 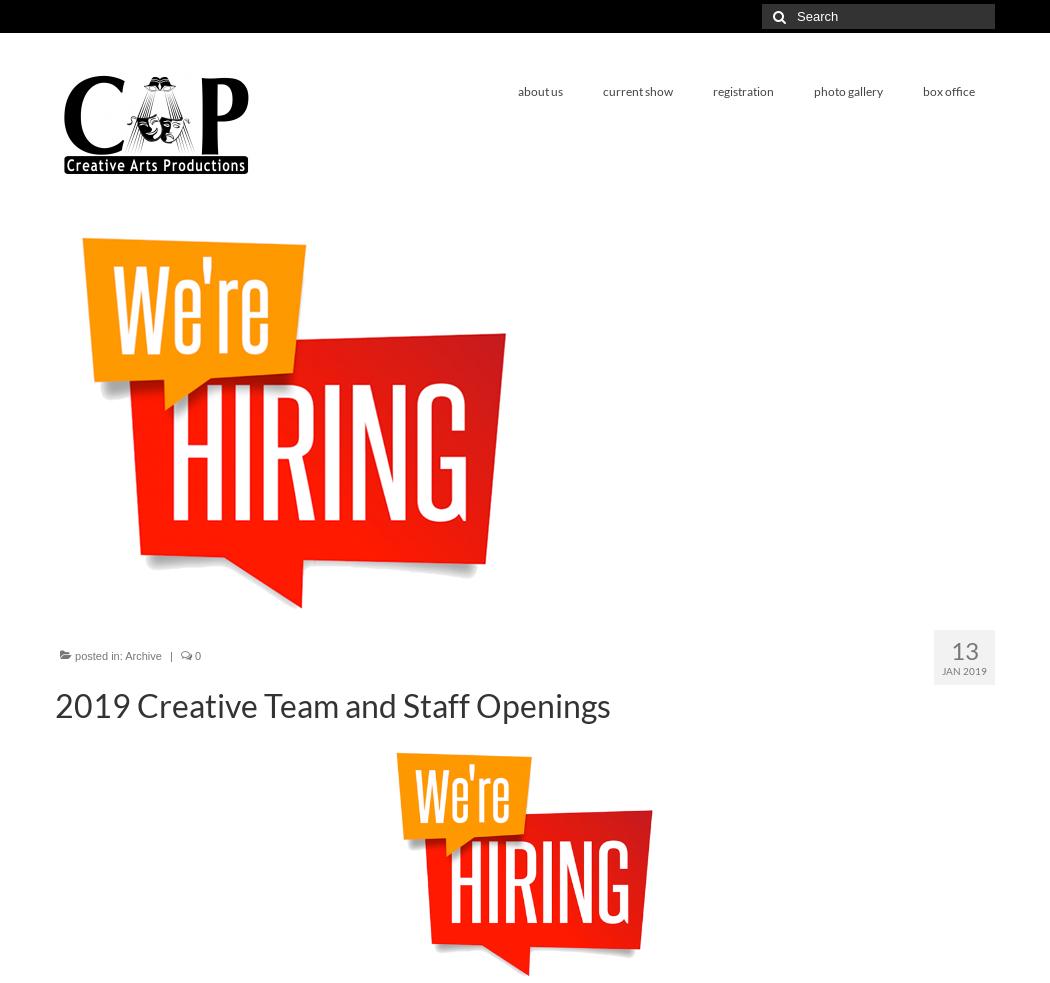 I want to click on 'posted in:', so click(x=98, y=655).